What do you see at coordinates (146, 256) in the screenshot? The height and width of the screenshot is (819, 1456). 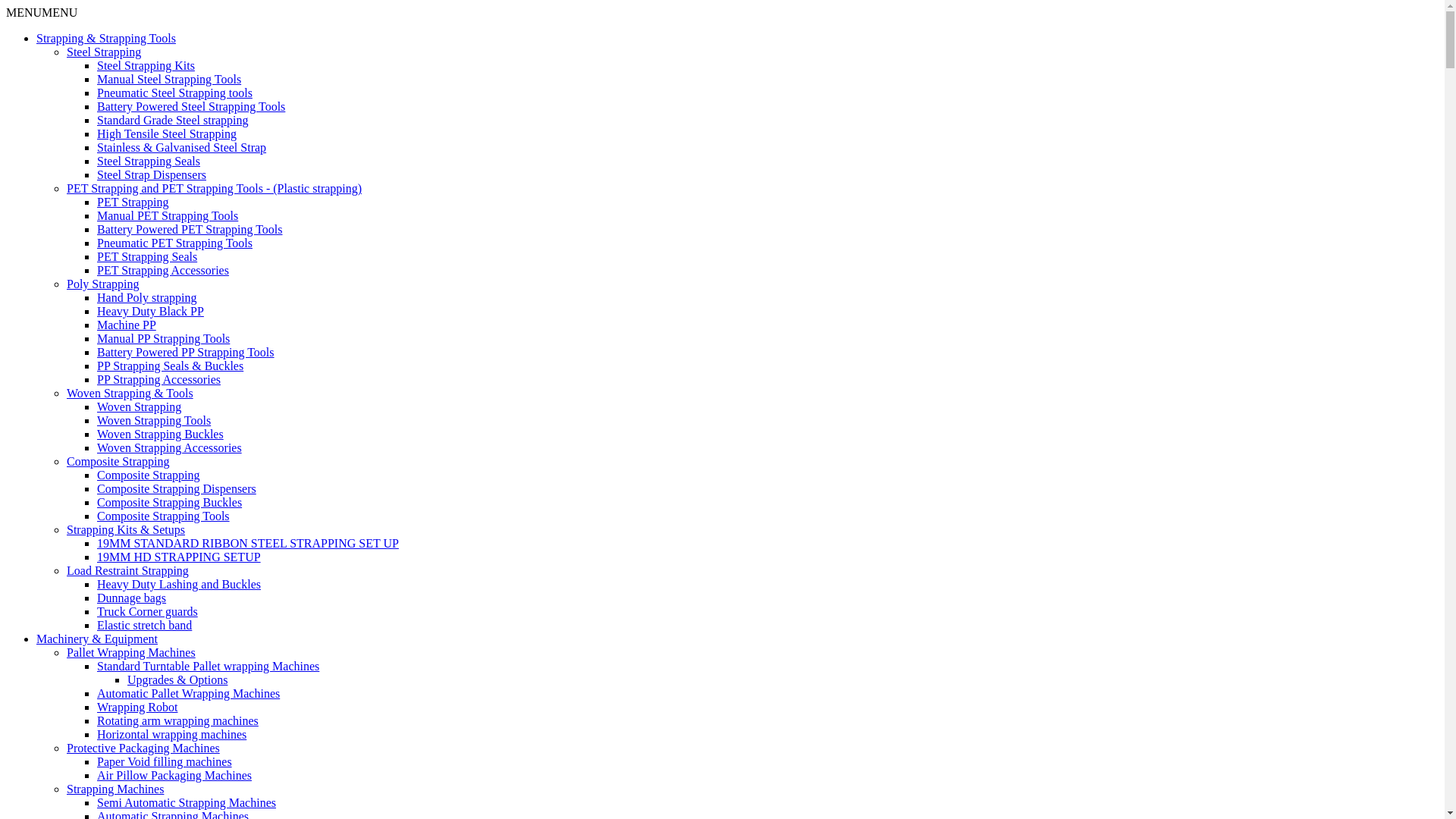 I see `'PET Strapping Seals'` at bounding box center [146, 256].